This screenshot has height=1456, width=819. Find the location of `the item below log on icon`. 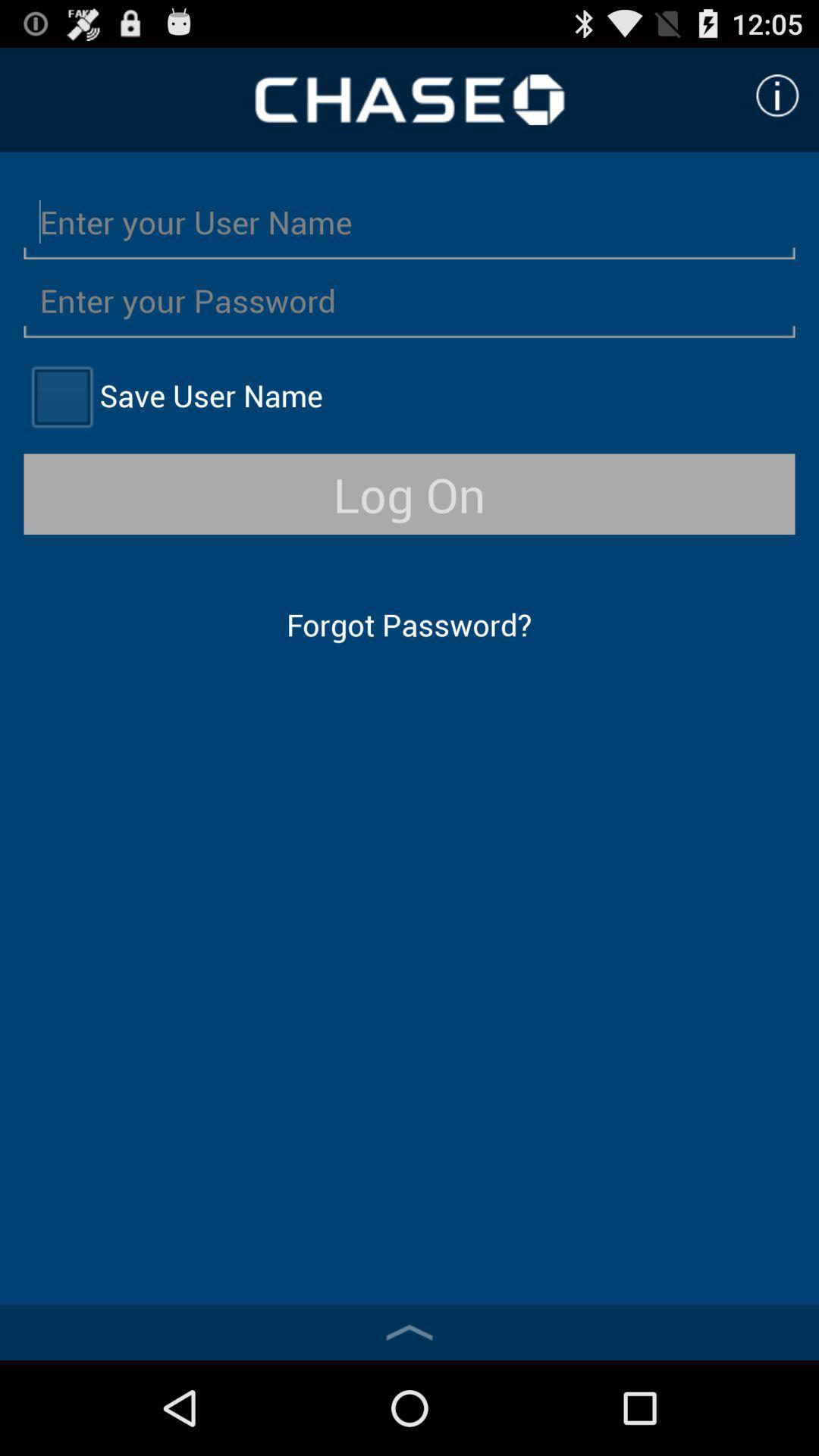

the item below log on icon is located at coordinates (408, 624).